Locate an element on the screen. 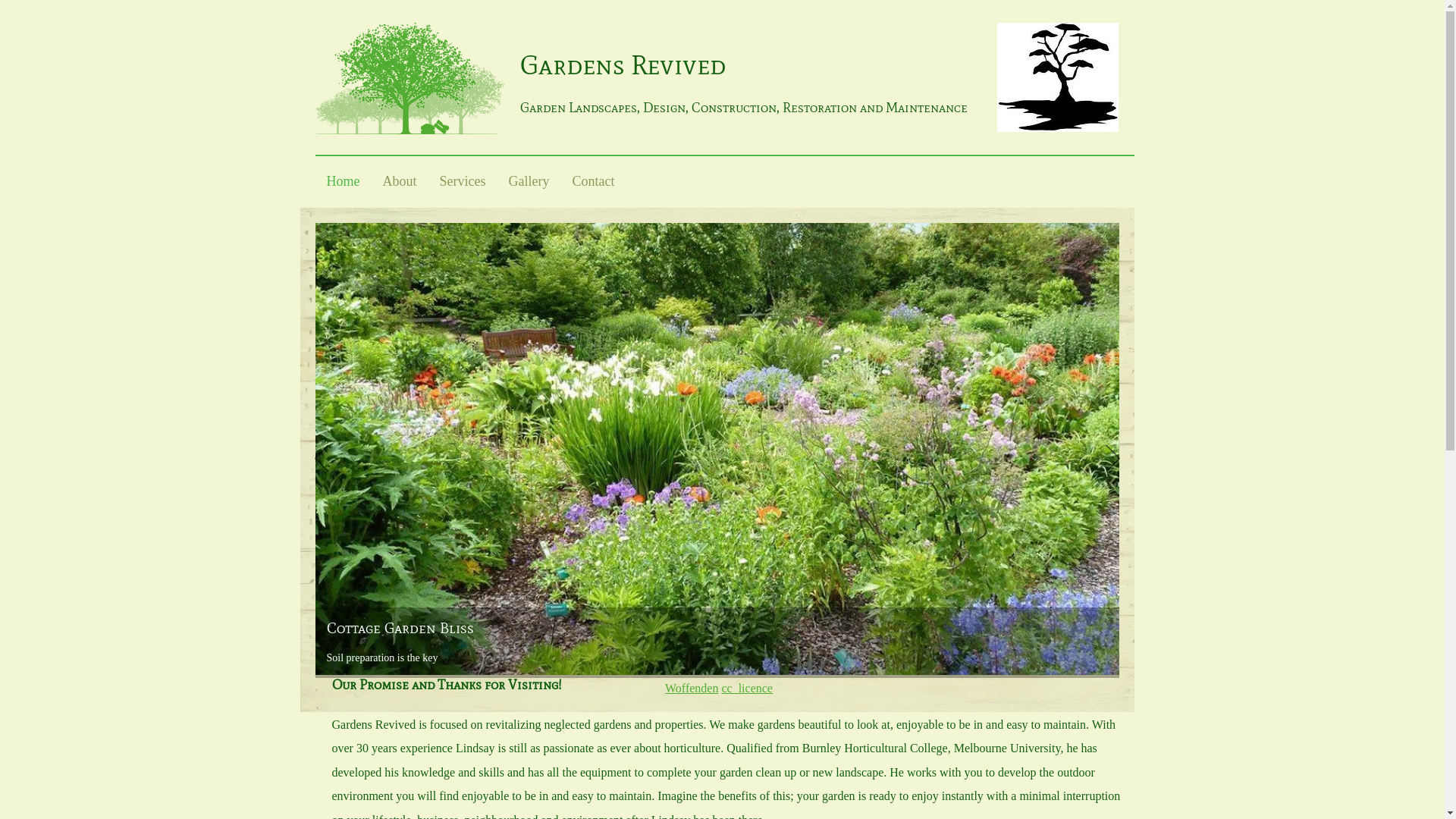 Image resolution: width=1456 pixels, height=819 pixels. 'Home' is located at coordinates (342, 180).